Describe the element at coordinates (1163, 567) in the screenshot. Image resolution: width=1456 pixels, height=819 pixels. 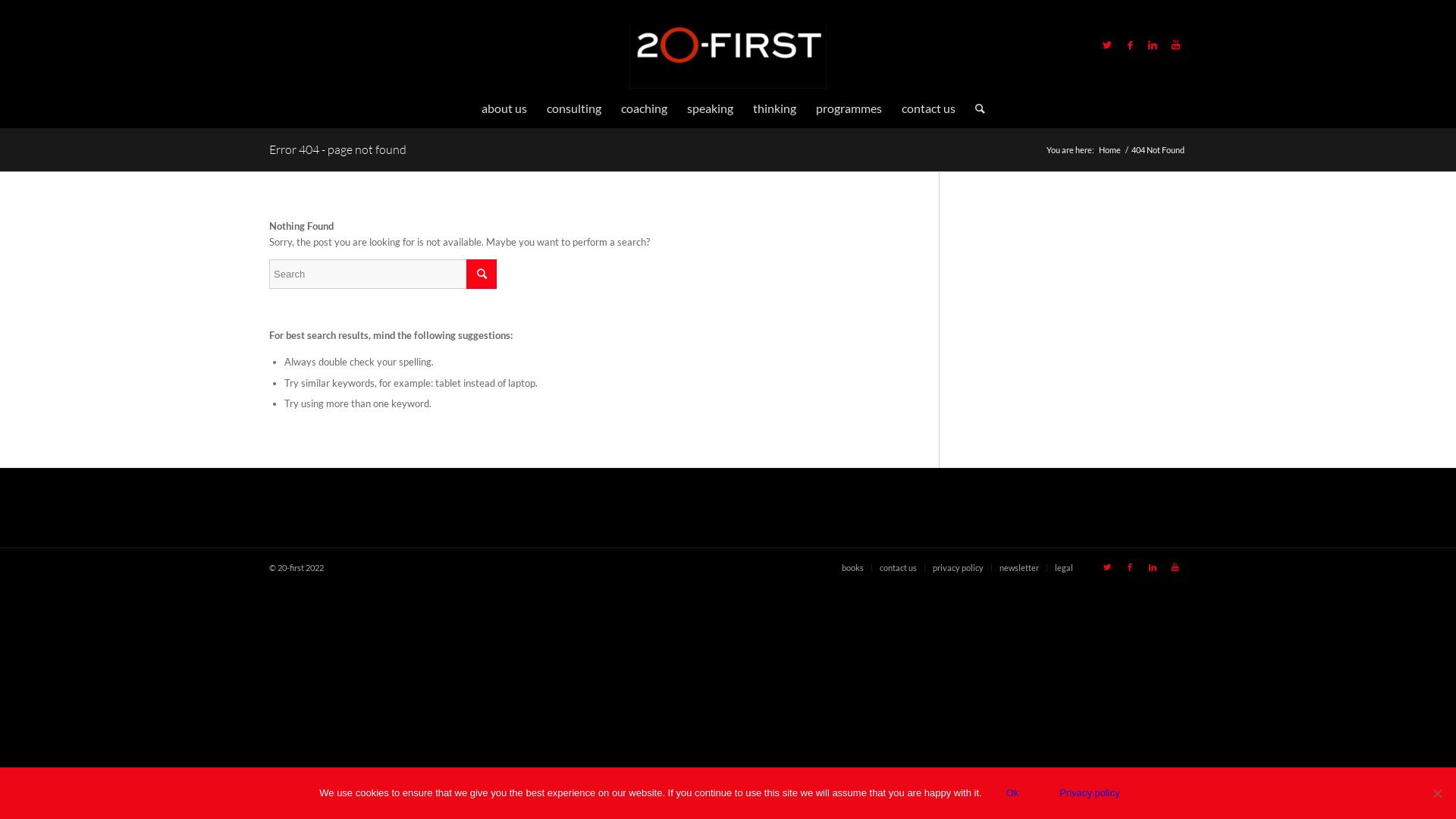
I see `'Youtube'` at that location.